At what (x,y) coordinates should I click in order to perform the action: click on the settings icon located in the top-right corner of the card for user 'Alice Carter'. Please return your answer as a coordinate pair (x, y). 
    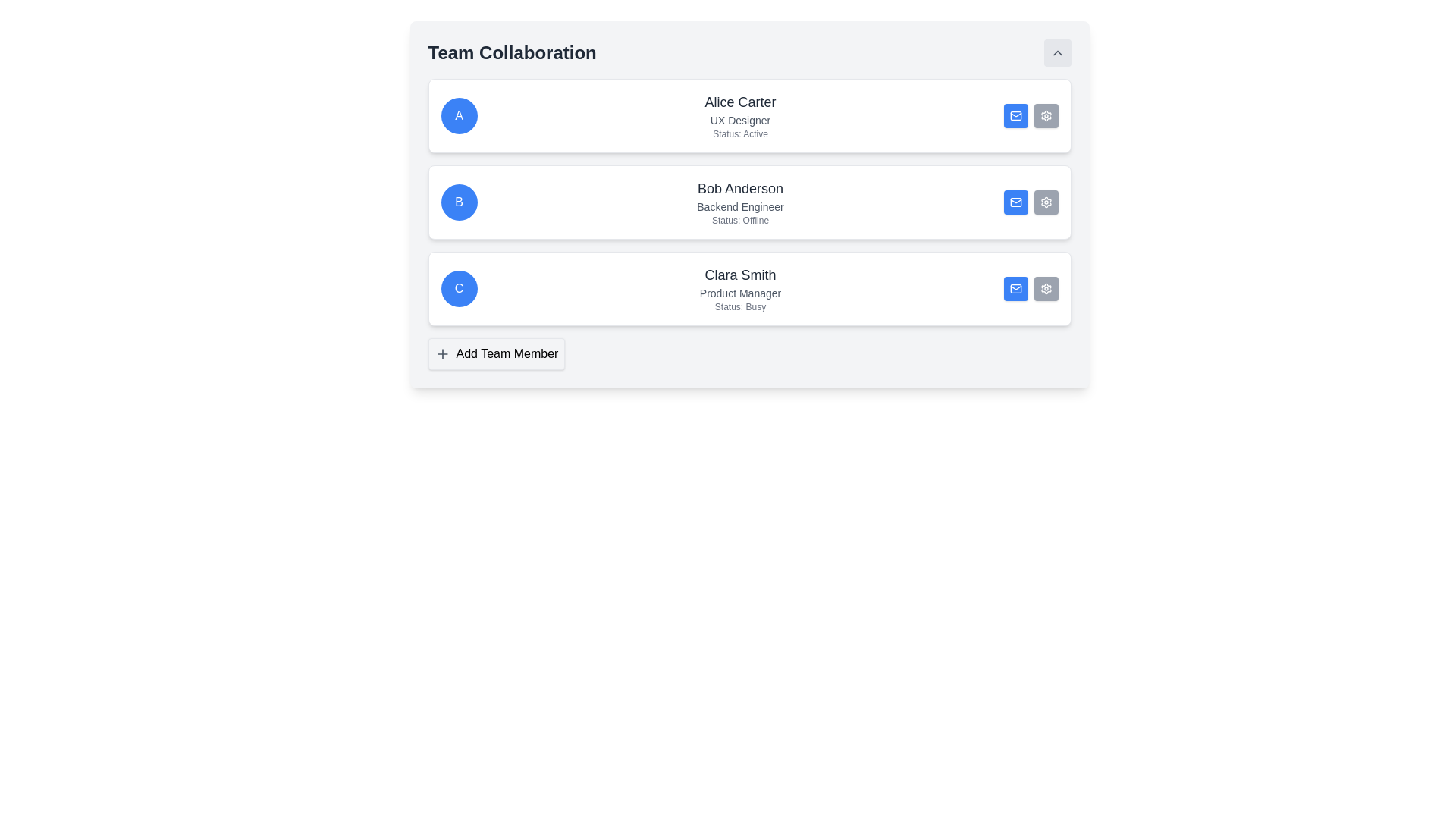
    Looking at the image, I should click on (1045, 115).